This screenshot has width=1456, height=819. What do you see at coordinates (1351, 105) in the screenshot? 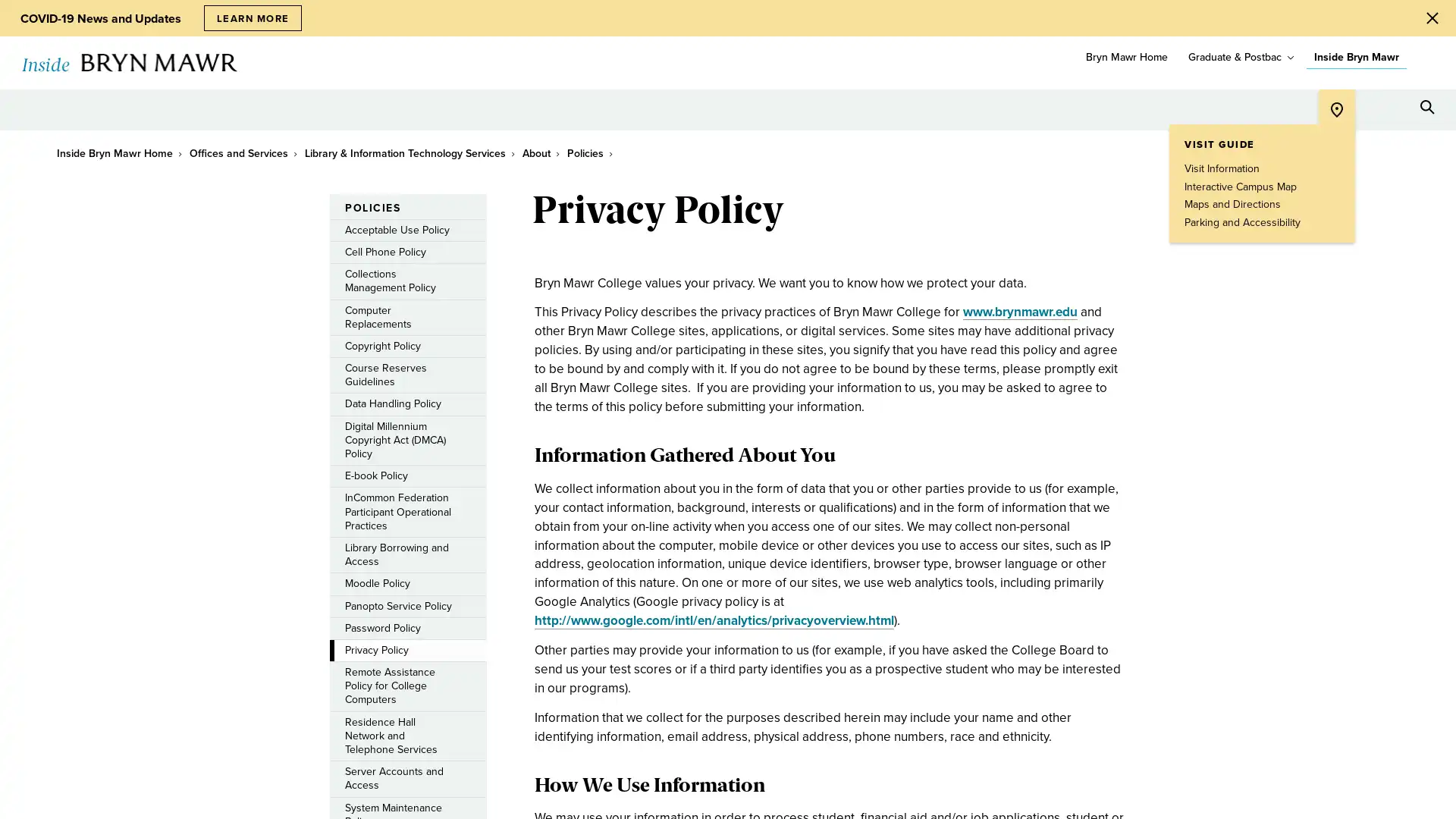
I see `Open Tools menu` at bounding box center [1351, 105].